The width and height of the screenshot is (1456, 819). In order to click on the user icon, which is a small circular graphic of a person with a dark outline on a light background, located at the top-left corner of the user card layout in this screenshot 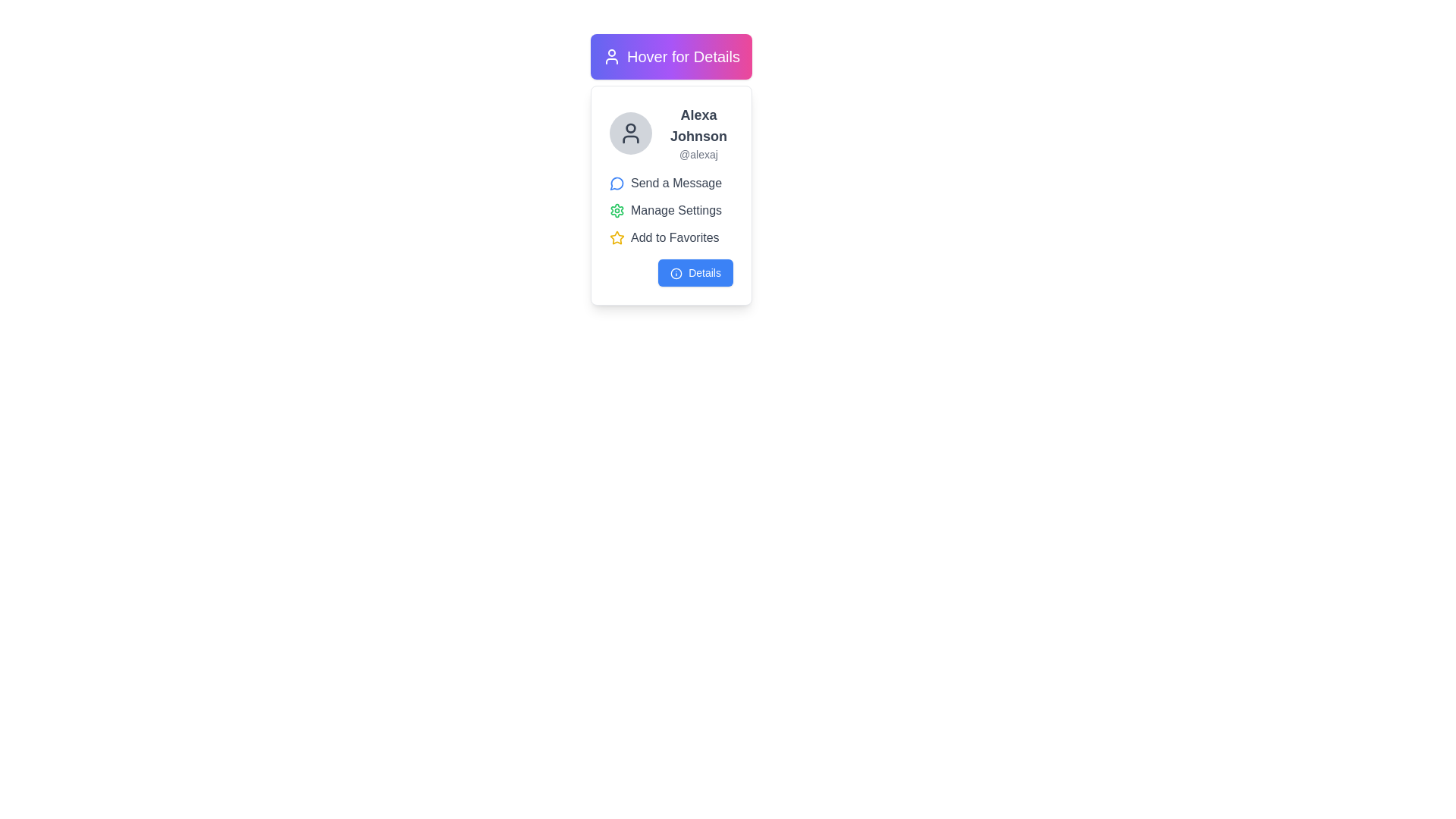, I will do `click(630, 133)`.